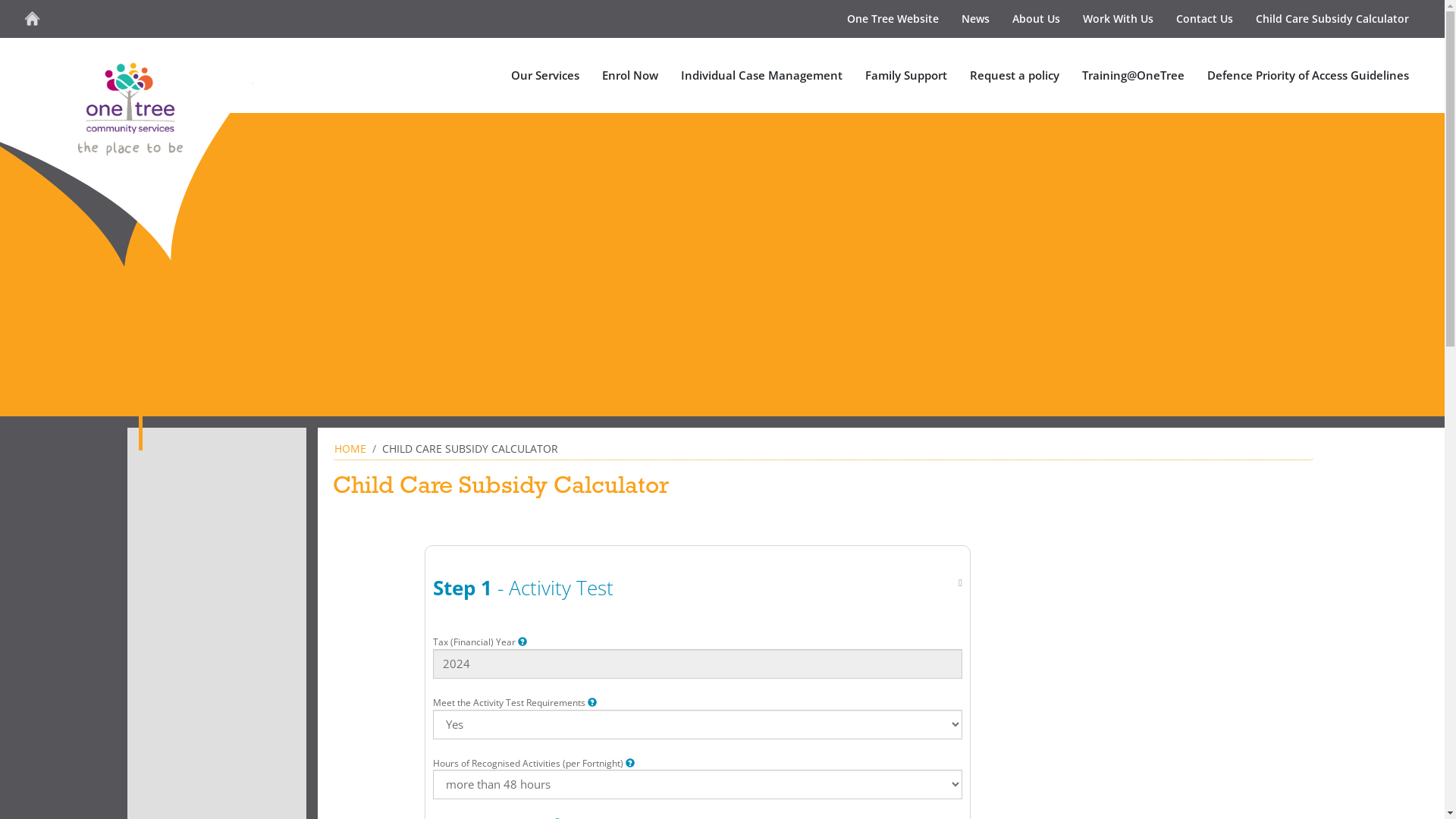 The height and width of the screenshot is (819, 1456). Describe the element at coordinates (1070, 18) in the screenshot. I see `'Work With Us'` at that location.